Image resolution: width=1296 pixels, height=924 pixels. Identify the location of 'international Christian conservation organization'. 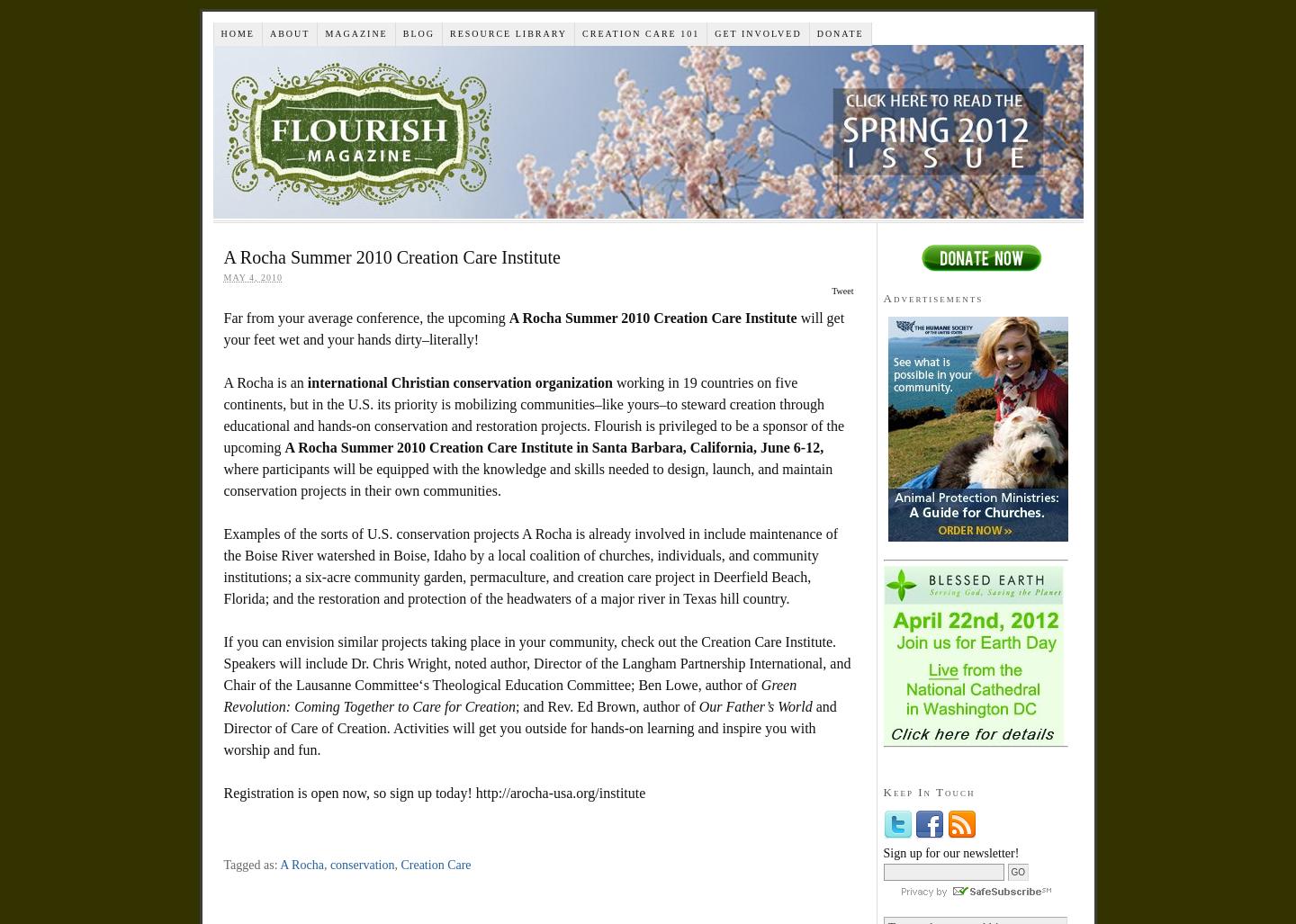
(458, 381).